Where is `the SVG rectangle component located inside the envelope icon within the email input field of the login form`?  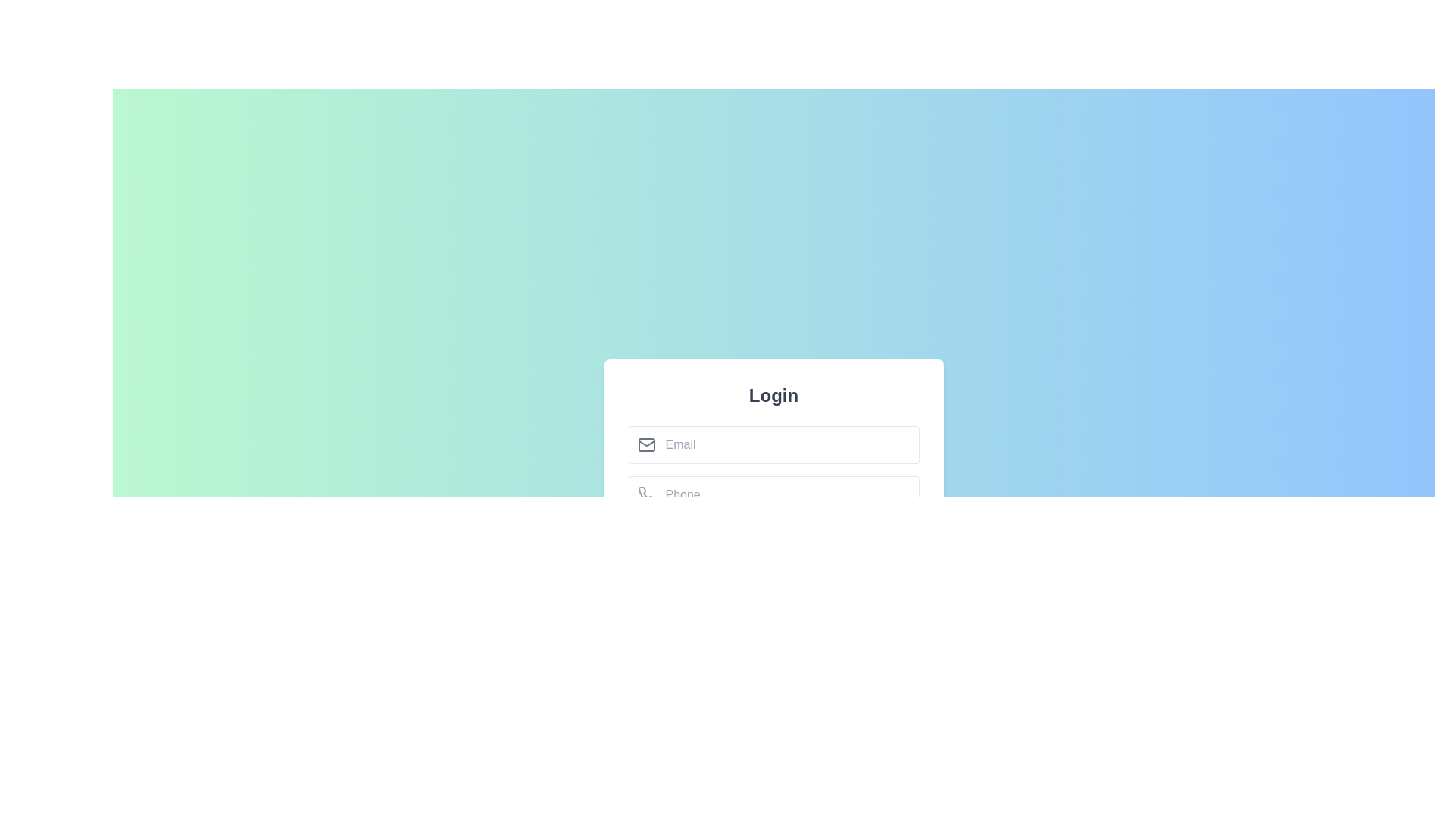
the SVG rectangle component located inside the envelope icon within the email input field of the login form is located at coordinates (646, 444).